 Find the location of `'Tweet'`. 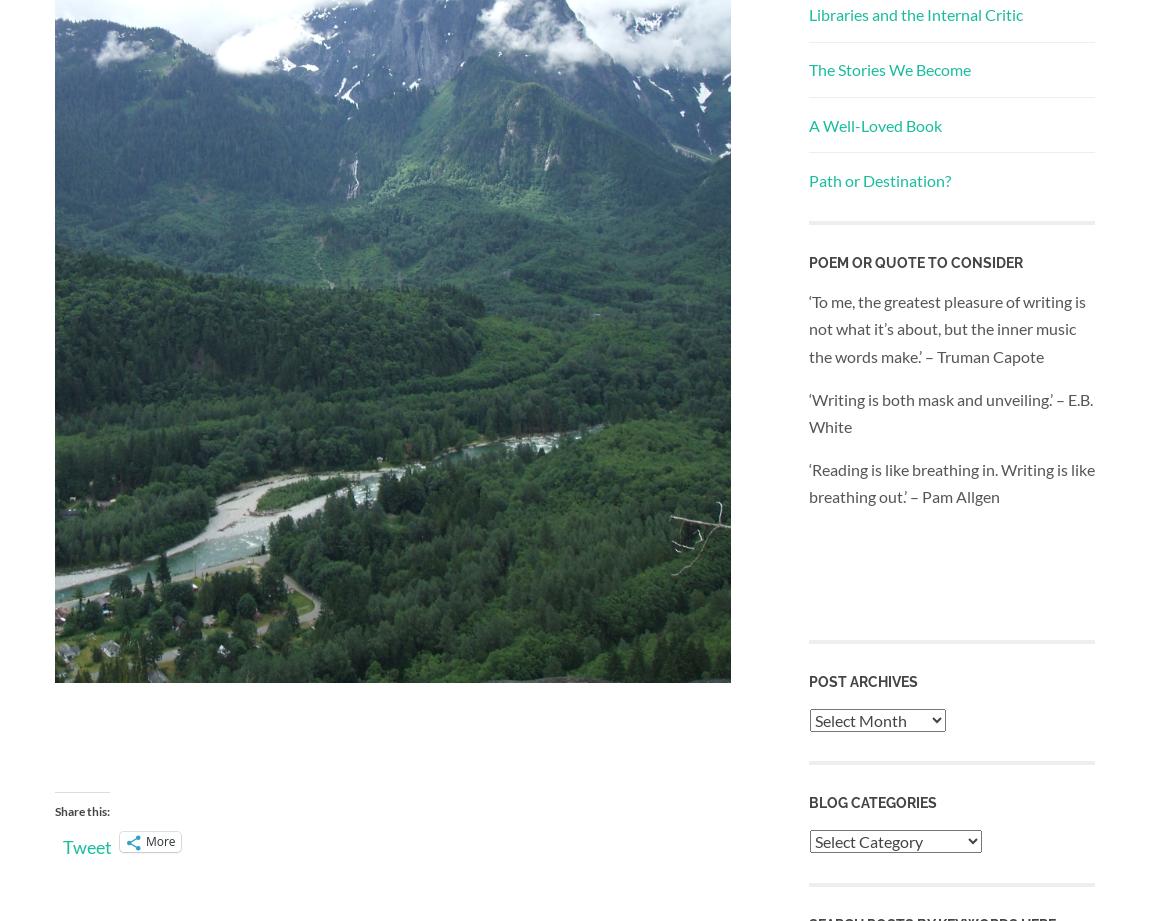

'Tweet' is located at coordinates (86, 845).